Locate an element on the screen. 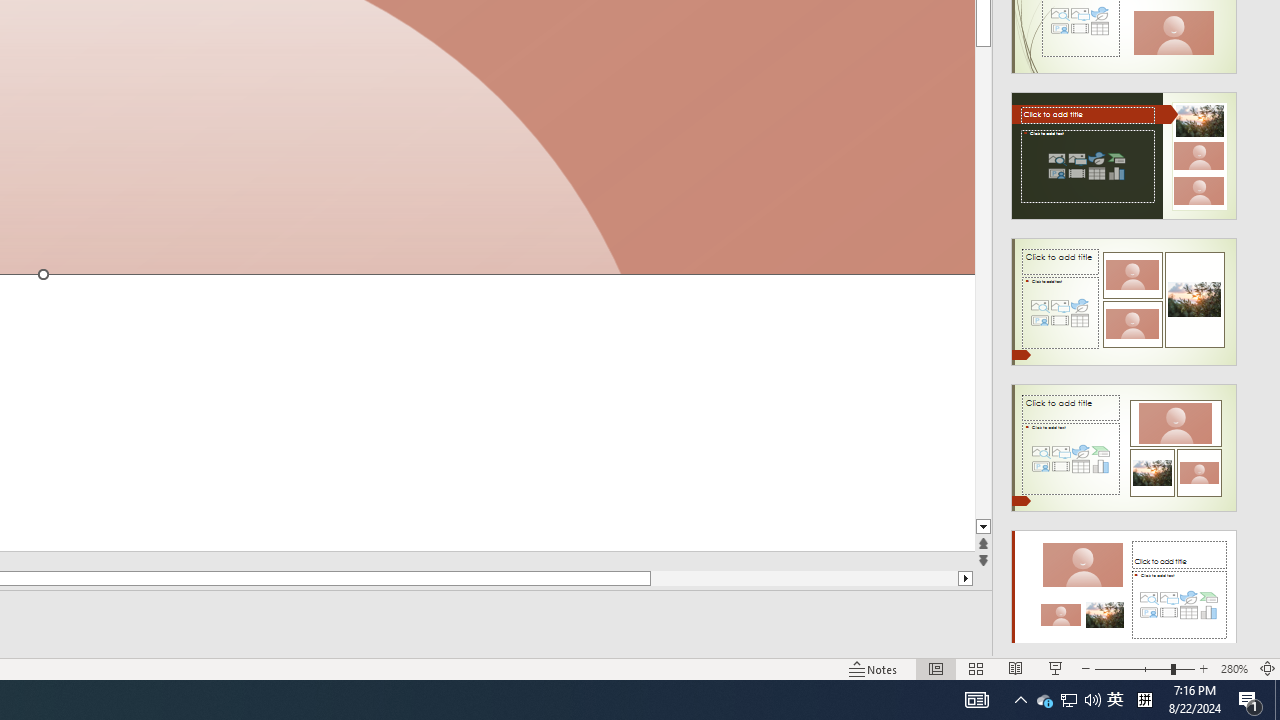 The image size is (1280, 720). 'Notes ' is located at coordinates (874, 669).